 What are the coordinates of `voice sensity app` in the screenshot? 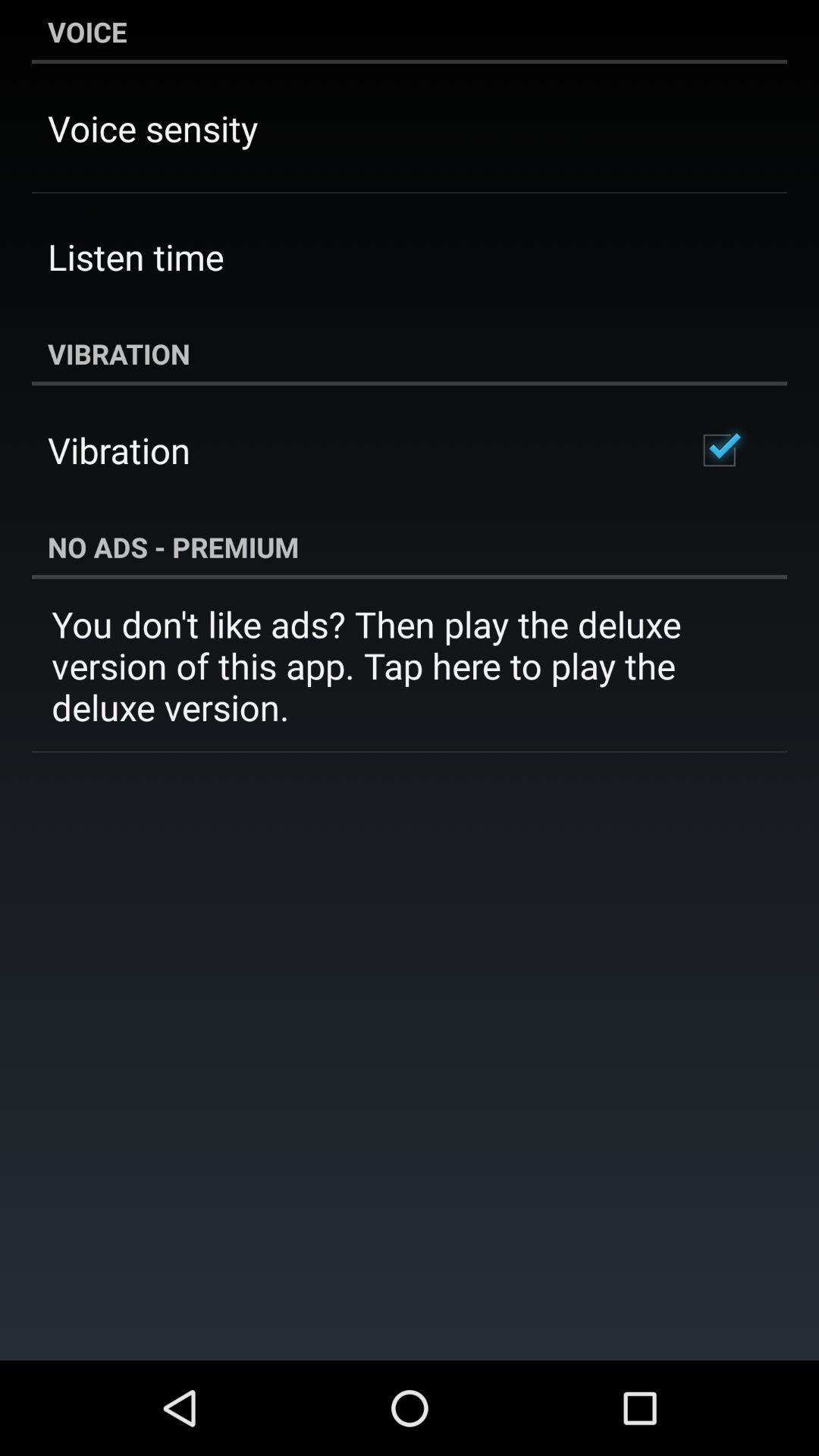 It's located at (152, 128).